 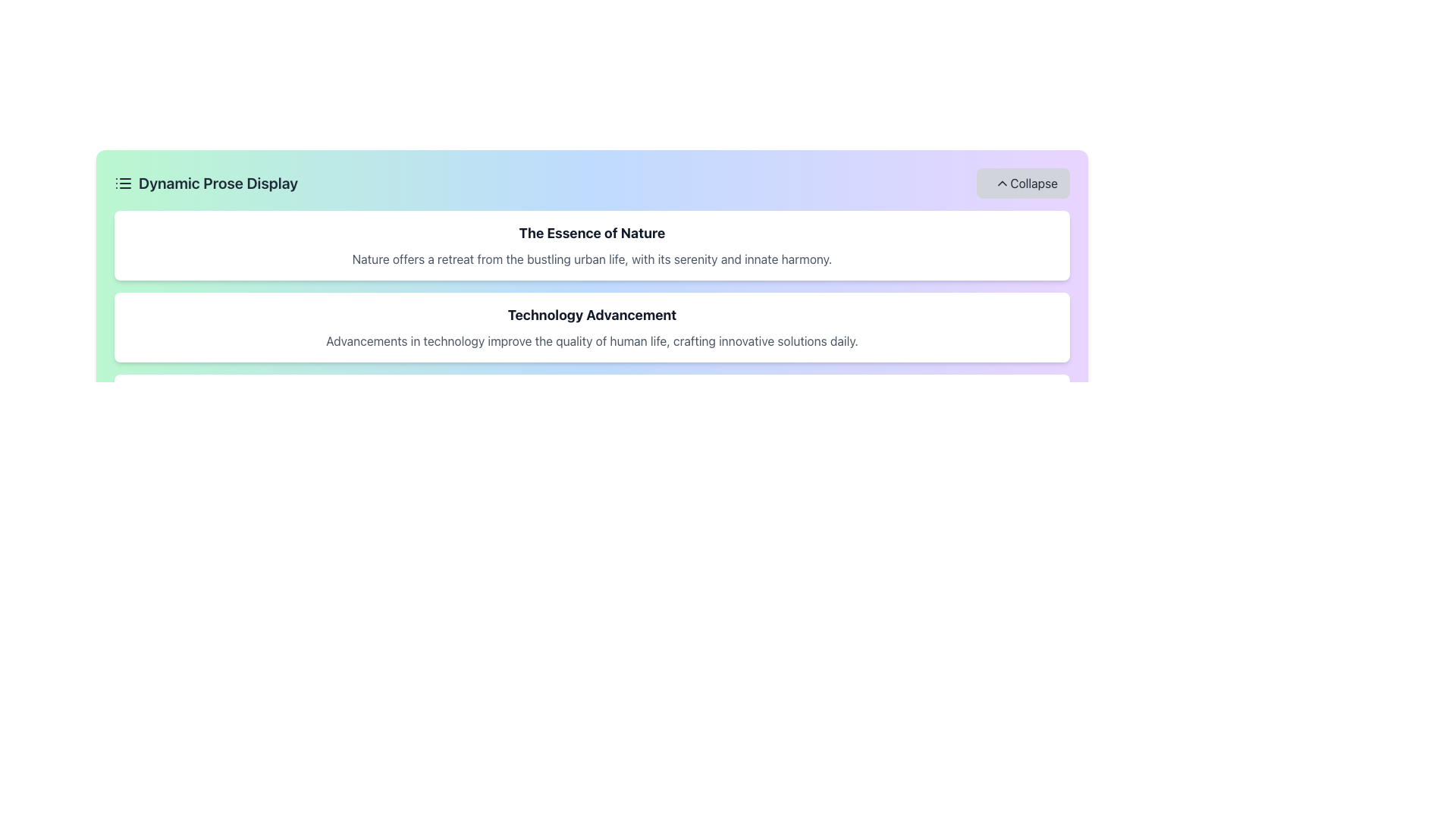 What do you see at coordinates (591, 259) in the screenshot?
I see `descriptive text segment that elaborates on the title 'The Essence of Nature', located within a white card below the heading` at bounding box center [591, 259].